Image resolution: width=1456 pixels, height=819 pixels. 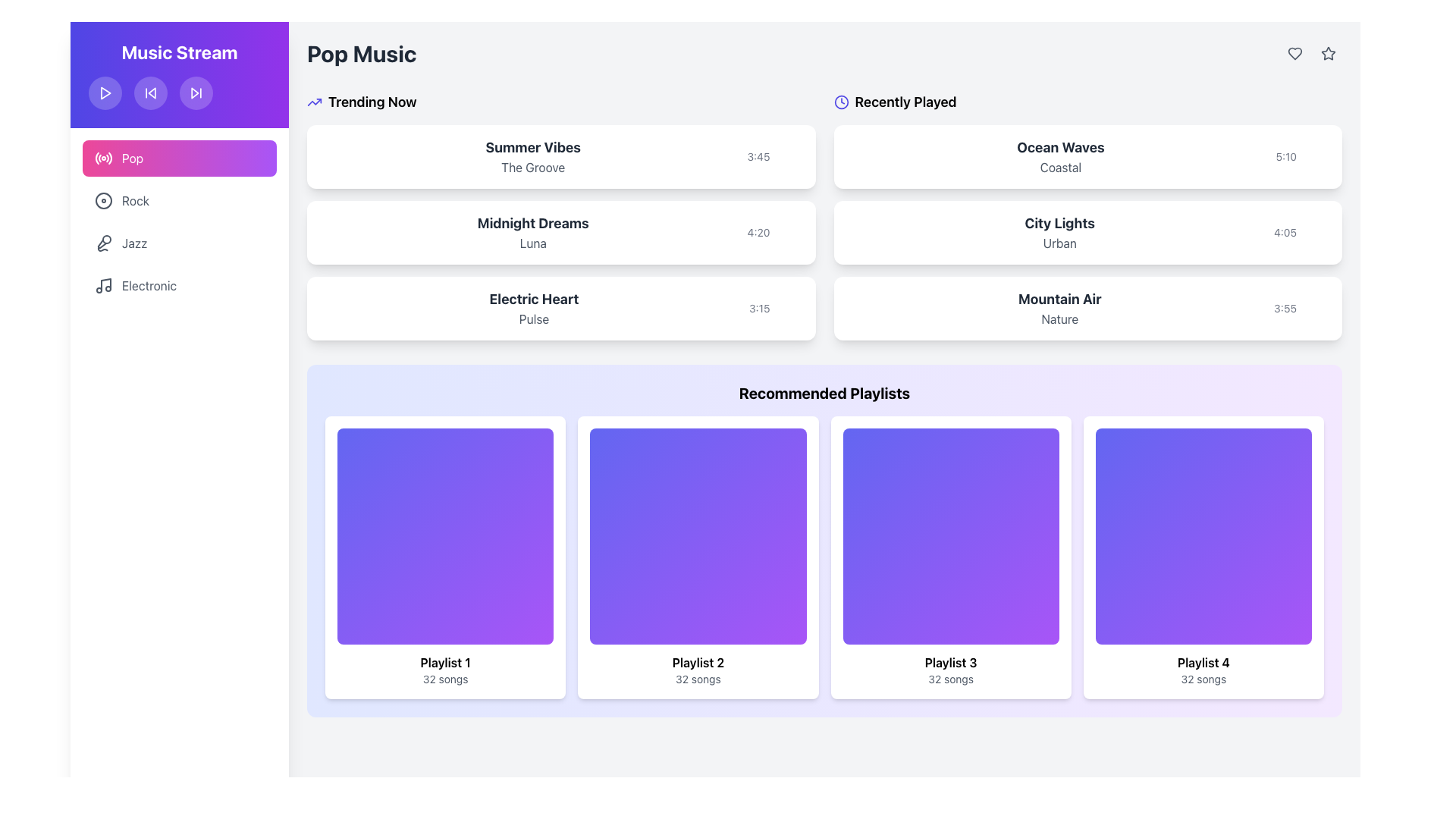 What do you see at coordinates (1284, 308) in the screenshot?
I see `text label displaying the time '3:55' in gray font, located in the bottom row of the 'Recently Played' list to the far right of the 'Mountain Air' track` at bounding box center [1284, 308].